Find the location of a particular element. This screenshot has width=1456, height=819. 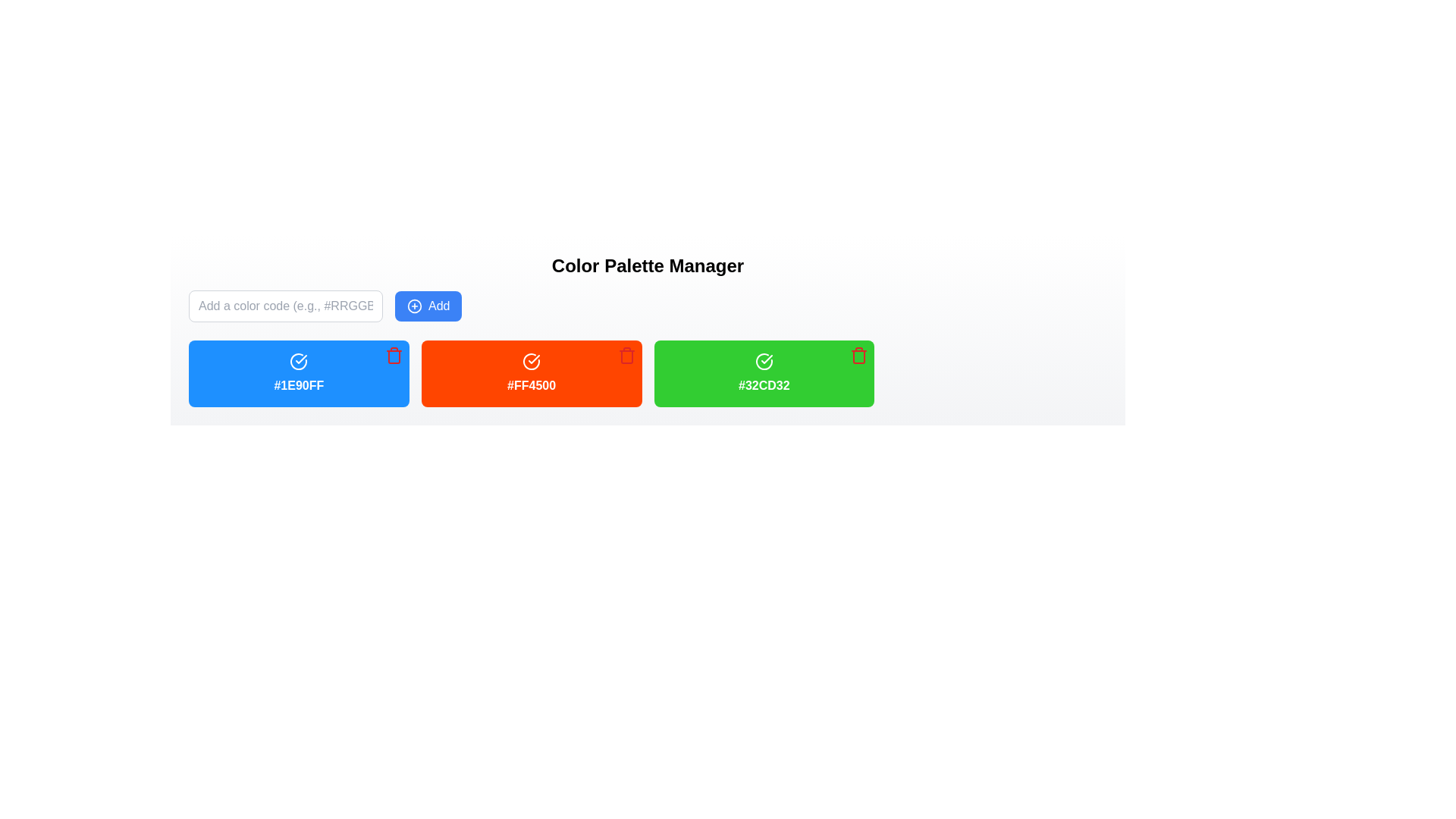

the trash bin icon button located at the top-right corner of the green card labeled '#32CD32' is located at coordinates (859, 356).